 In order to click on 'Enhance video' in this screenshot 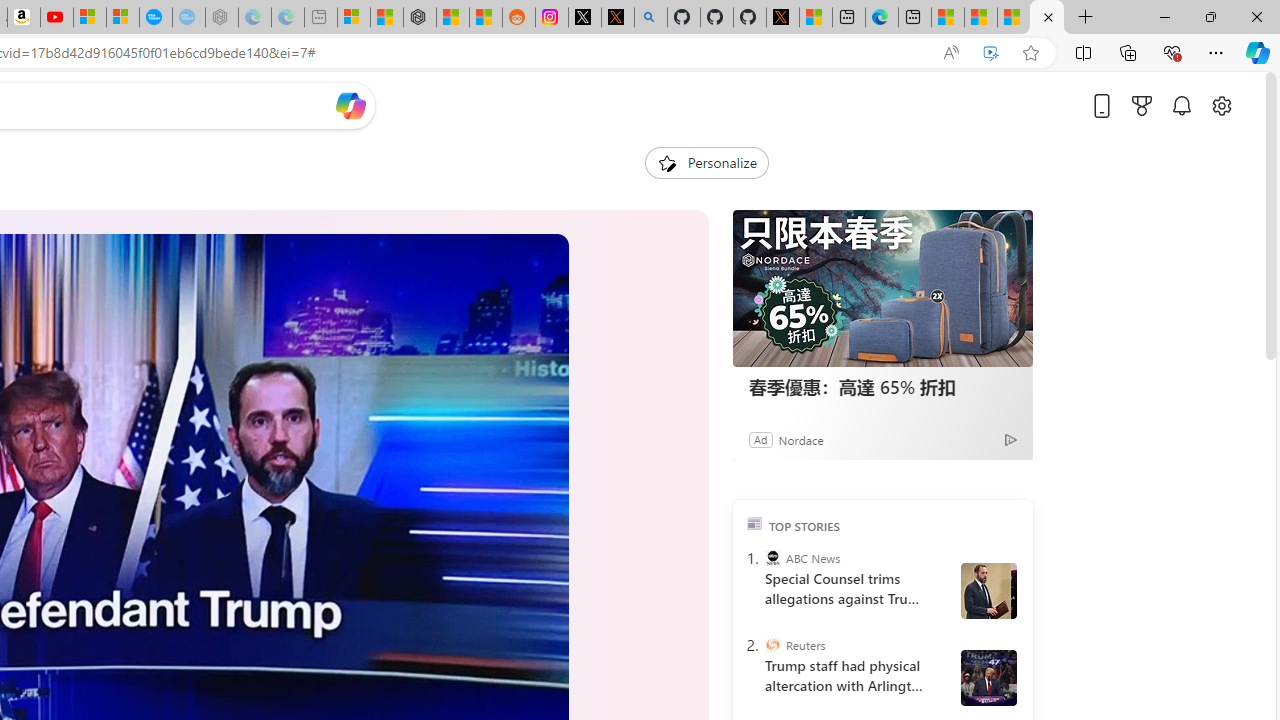, I will do `click(991, 52)`.